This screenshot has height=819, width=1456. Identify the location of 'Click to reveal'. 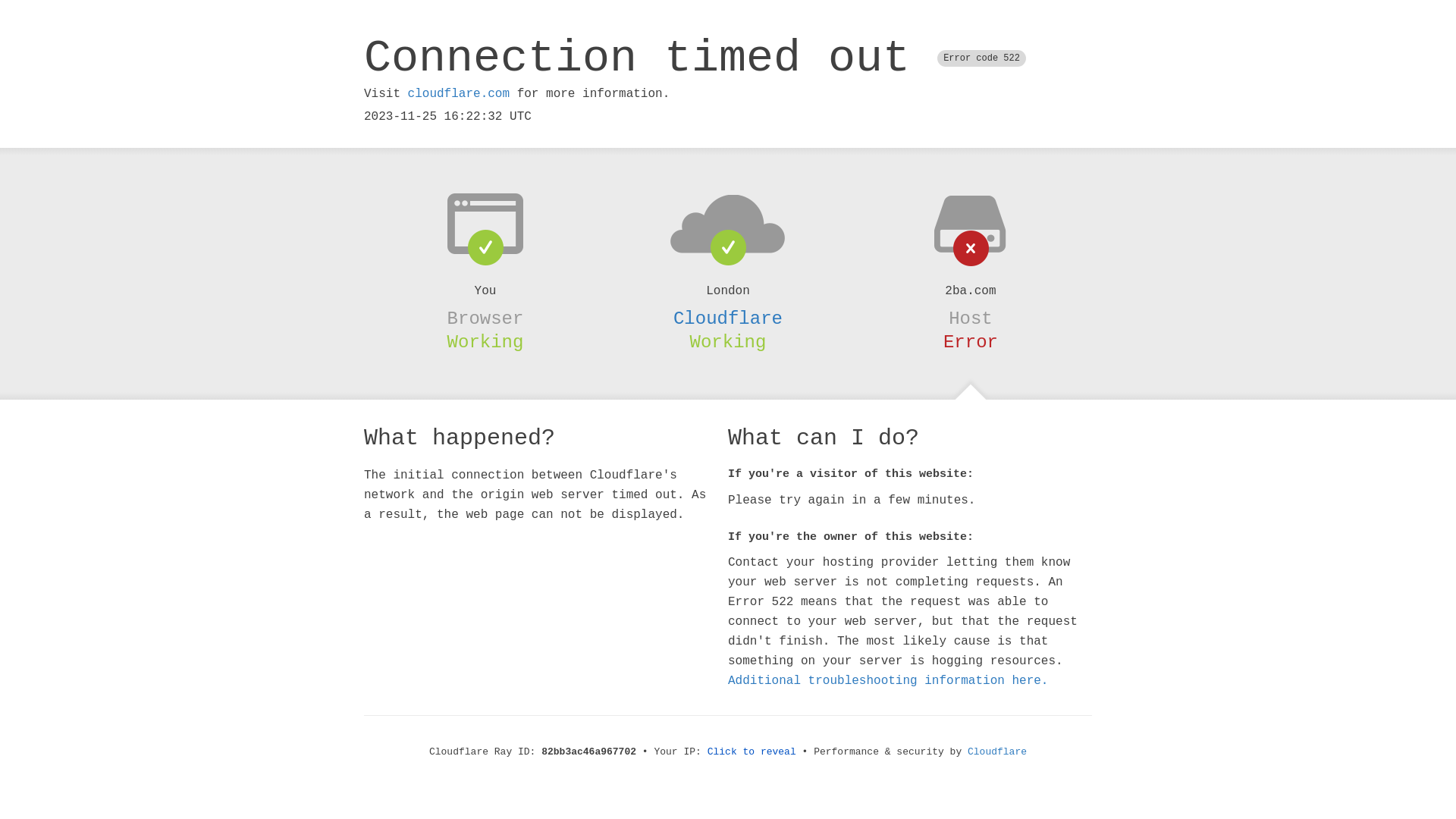
(752, 752).